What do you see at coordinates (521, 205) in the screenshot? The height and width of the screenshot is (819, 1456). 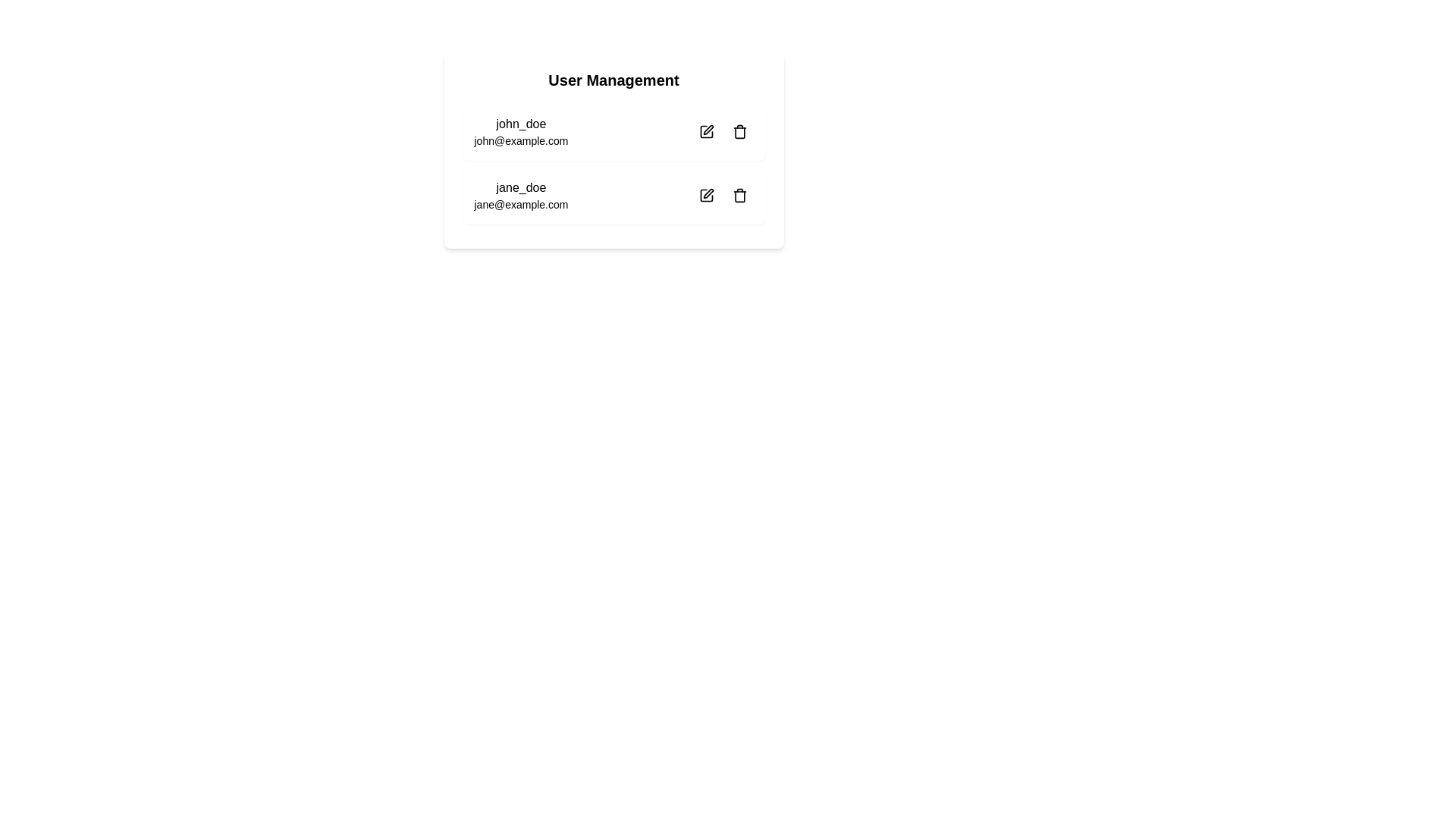 I see `the email address display text label located in the bottom right quadrant of the user management interface, positioned below the name 'jane_doe' and aligned with the edit and delete icons` at bounding box center [521, 205].